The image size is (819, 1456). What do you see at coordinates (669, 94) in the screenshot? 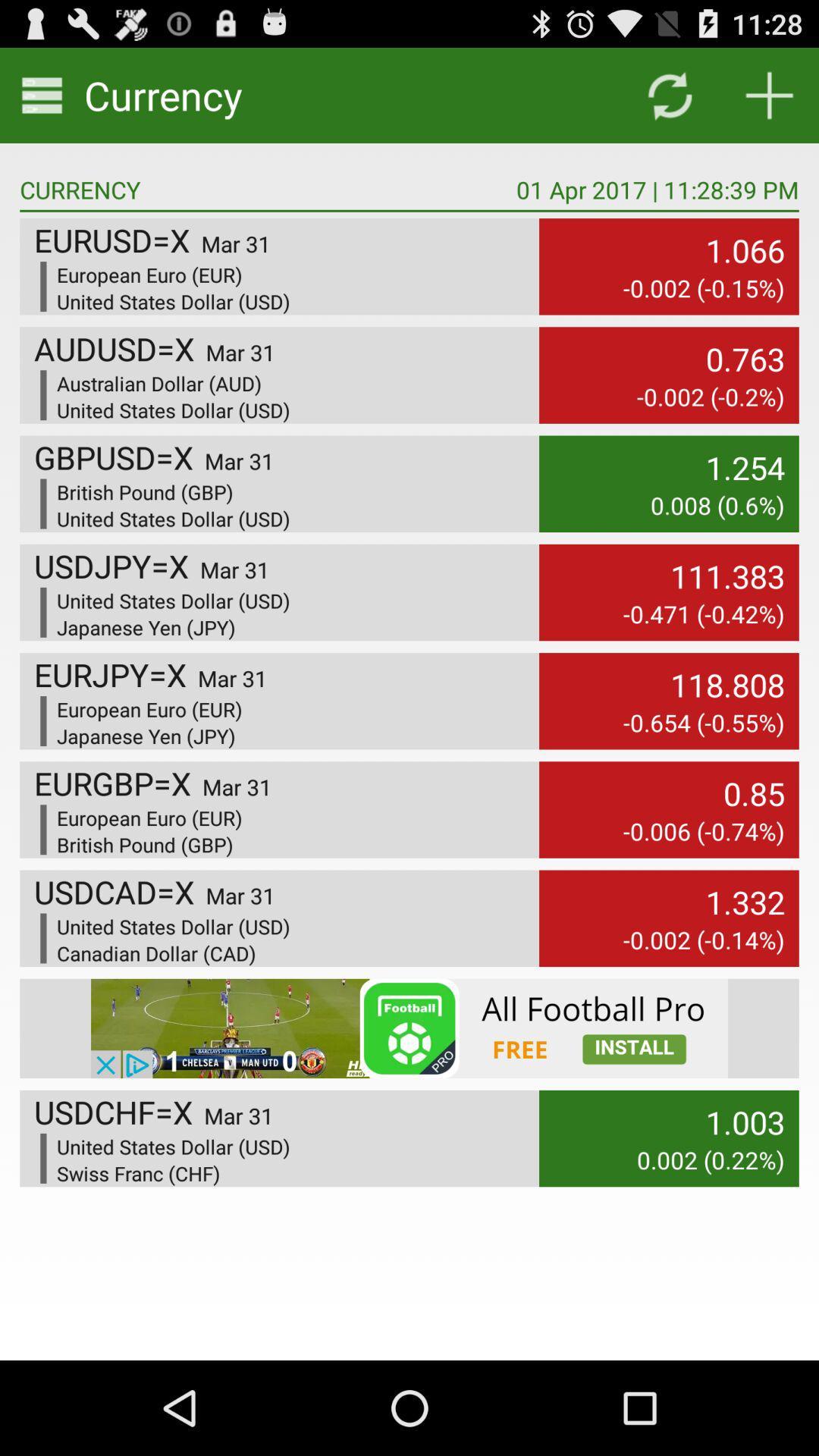
I see `refresh` at bounding box center [669, 94].